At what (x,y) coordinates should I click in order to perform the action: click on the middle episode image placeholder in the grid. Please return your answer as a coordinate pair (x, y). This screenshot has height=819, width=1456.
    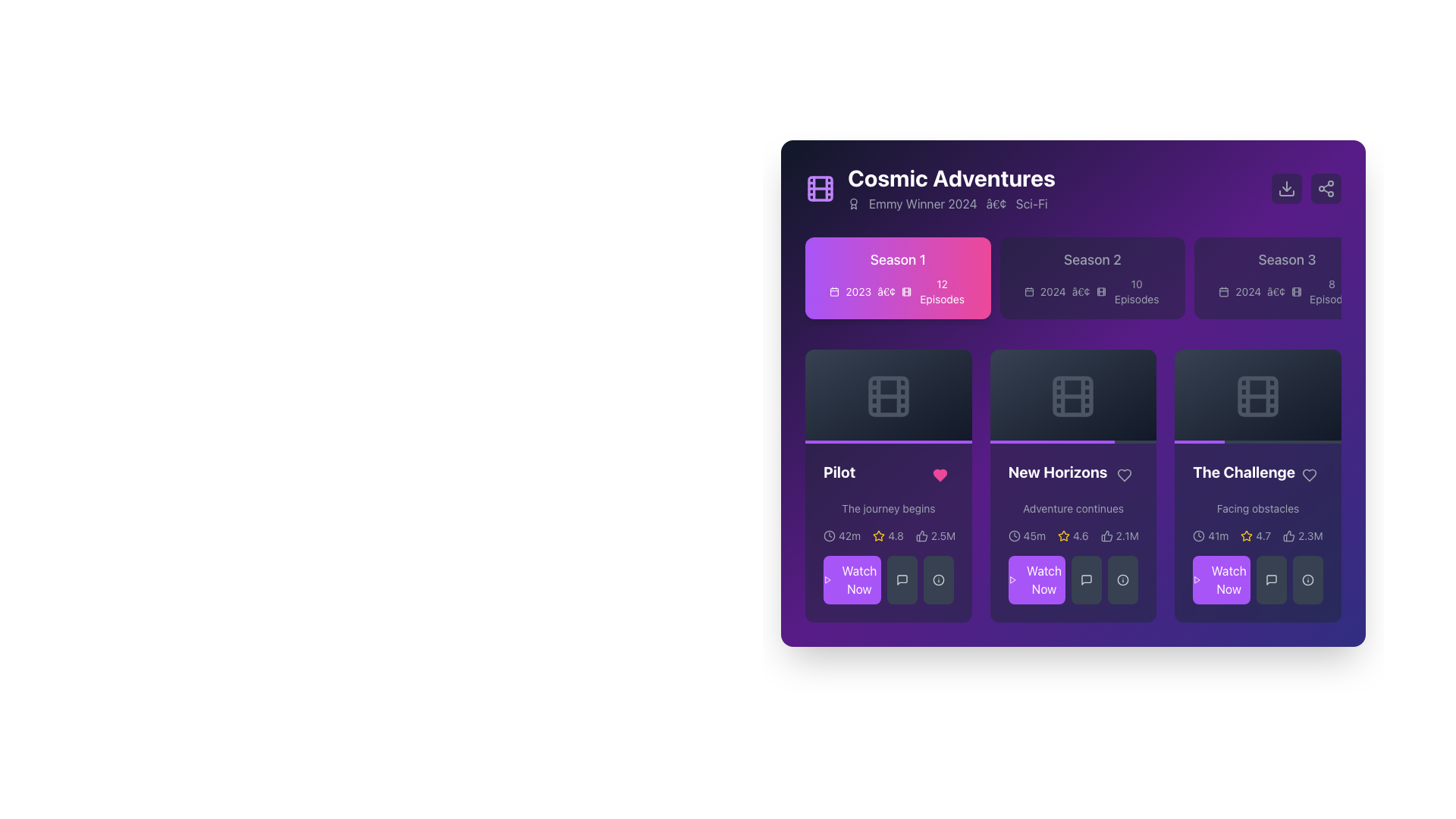
    Looking at the image, I should click on (1072, 395).